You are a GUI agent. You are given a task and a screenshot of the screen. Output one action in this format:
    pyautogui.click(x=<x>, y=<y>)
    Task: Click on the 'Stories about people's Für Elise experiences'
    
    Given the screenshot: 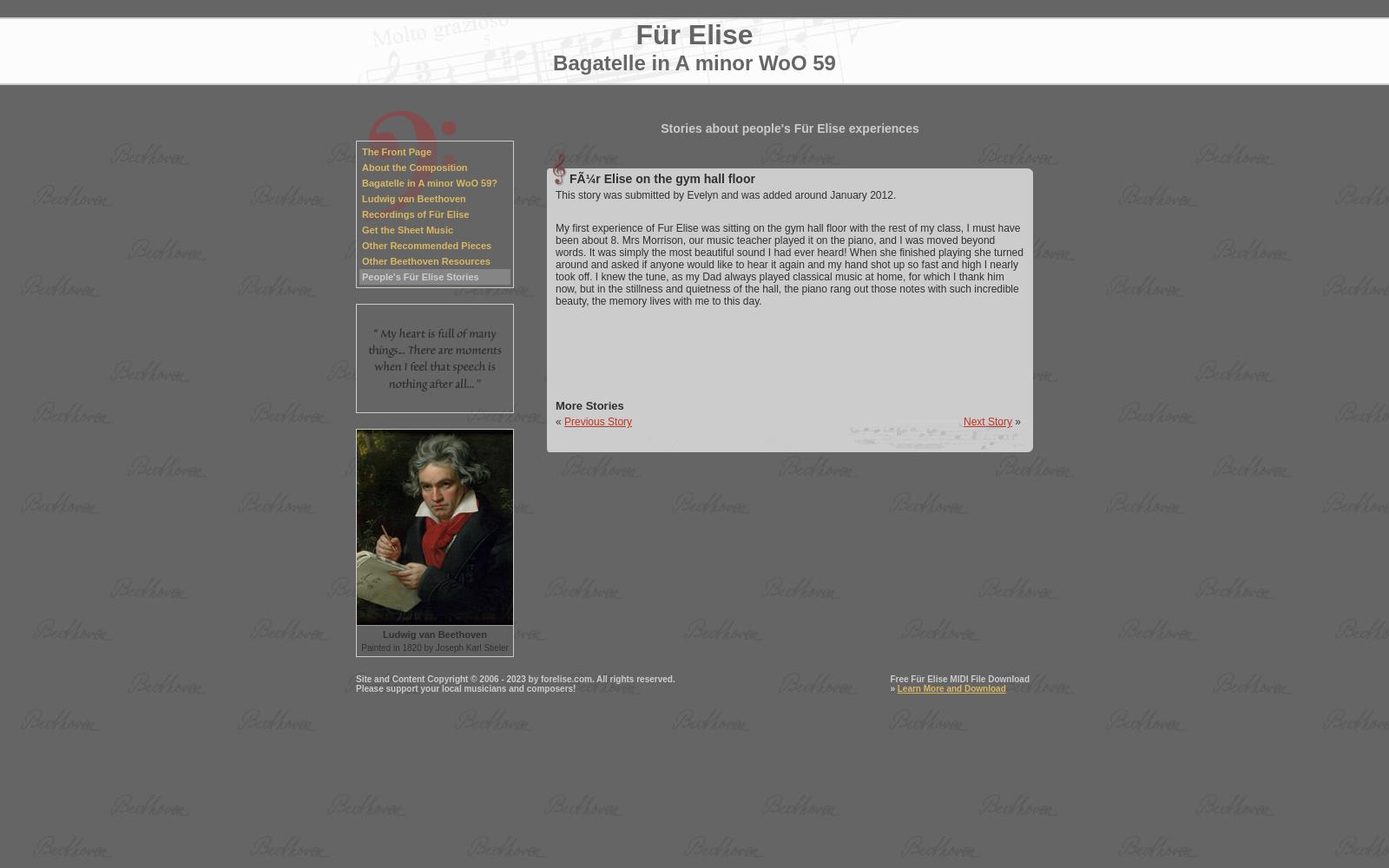 What is the action you would take?
    pyautogui.click(x=788, y=128)
    